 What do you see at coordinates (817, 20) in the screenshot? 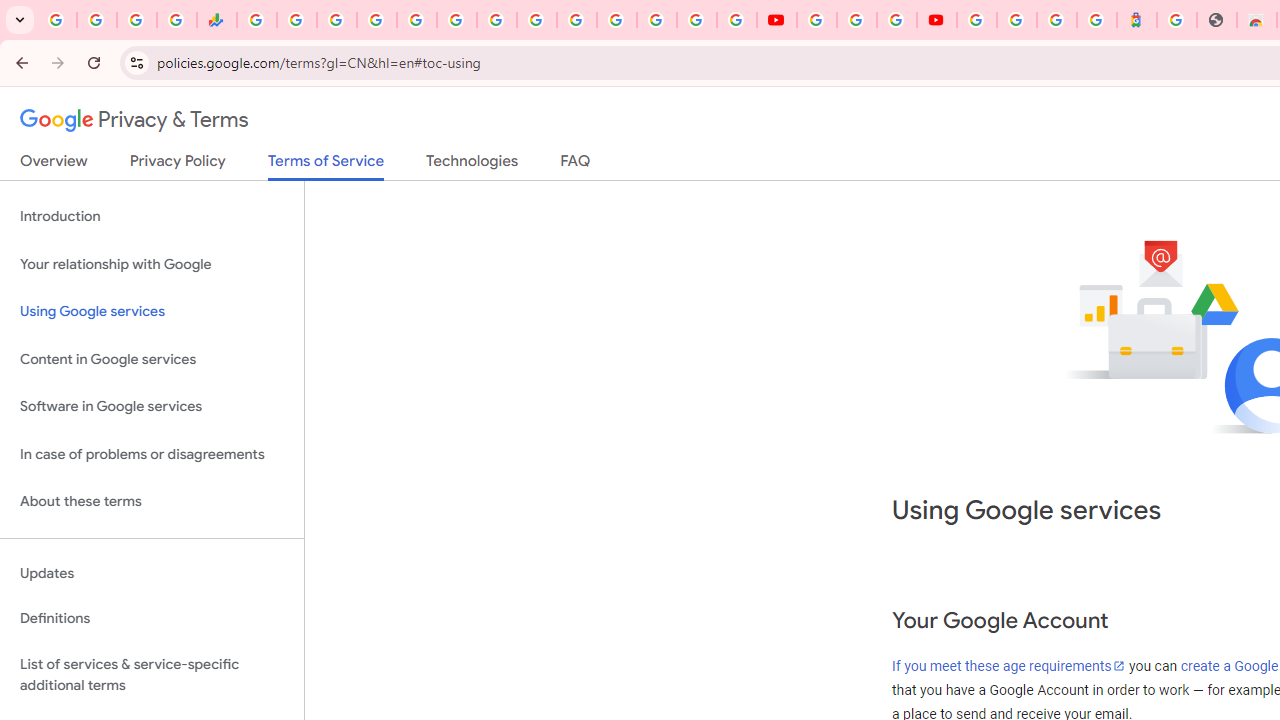
I see `'YouTube'` at bounding box center [817, 20].